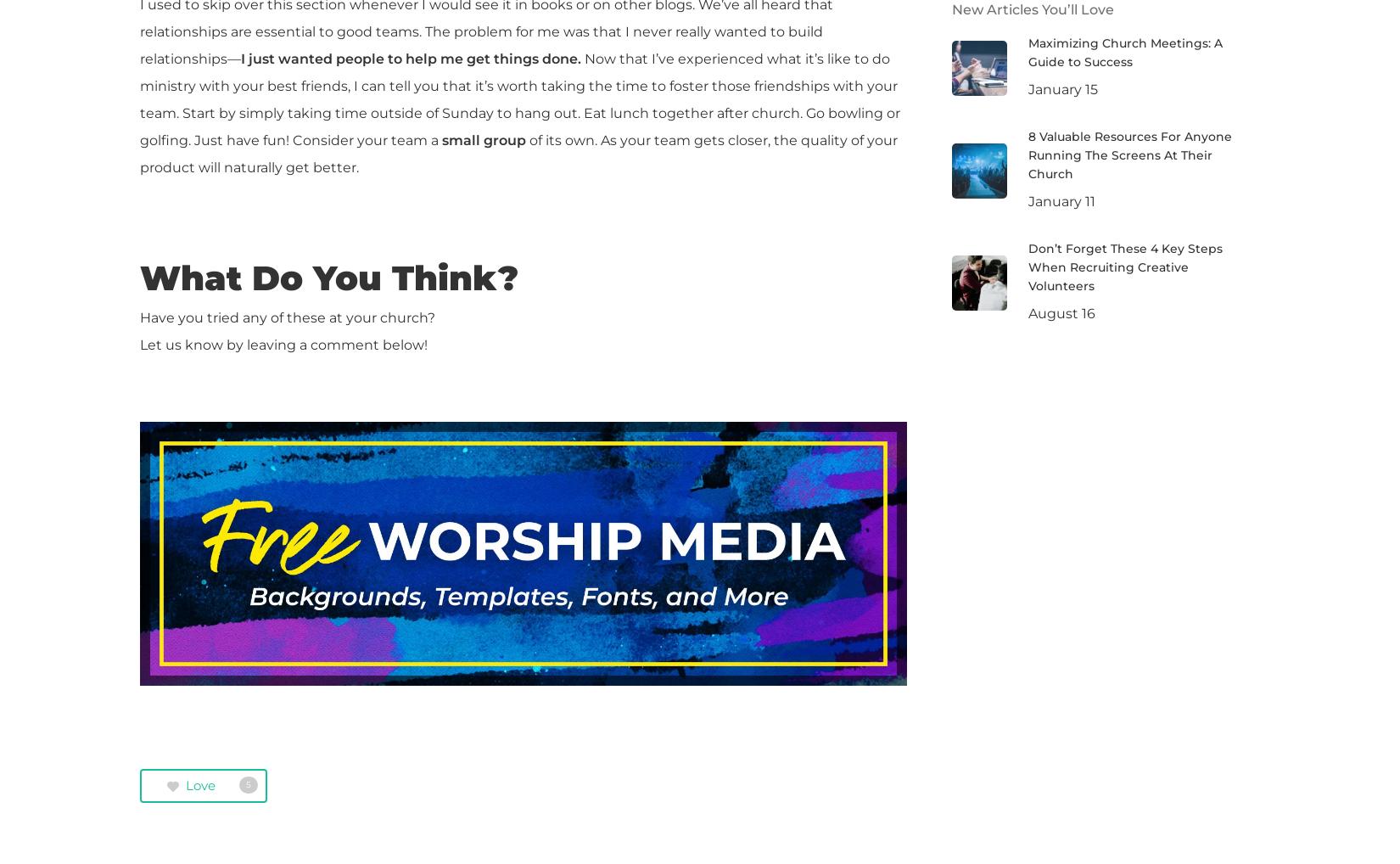 This screenshot has width=1400, height=864. What do you see at coordinates (1128, 154) in the screenshot?
I see `'8 Valuable Resources For Anyone Running The Screens At Their Church'` at bounding box center [1128, 154].